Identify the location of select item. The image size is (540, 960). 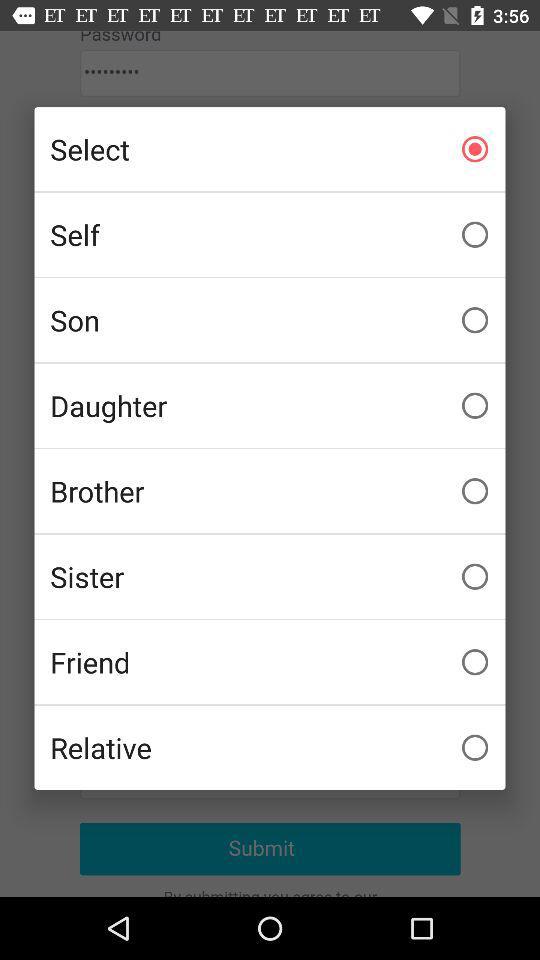
(270, 148).